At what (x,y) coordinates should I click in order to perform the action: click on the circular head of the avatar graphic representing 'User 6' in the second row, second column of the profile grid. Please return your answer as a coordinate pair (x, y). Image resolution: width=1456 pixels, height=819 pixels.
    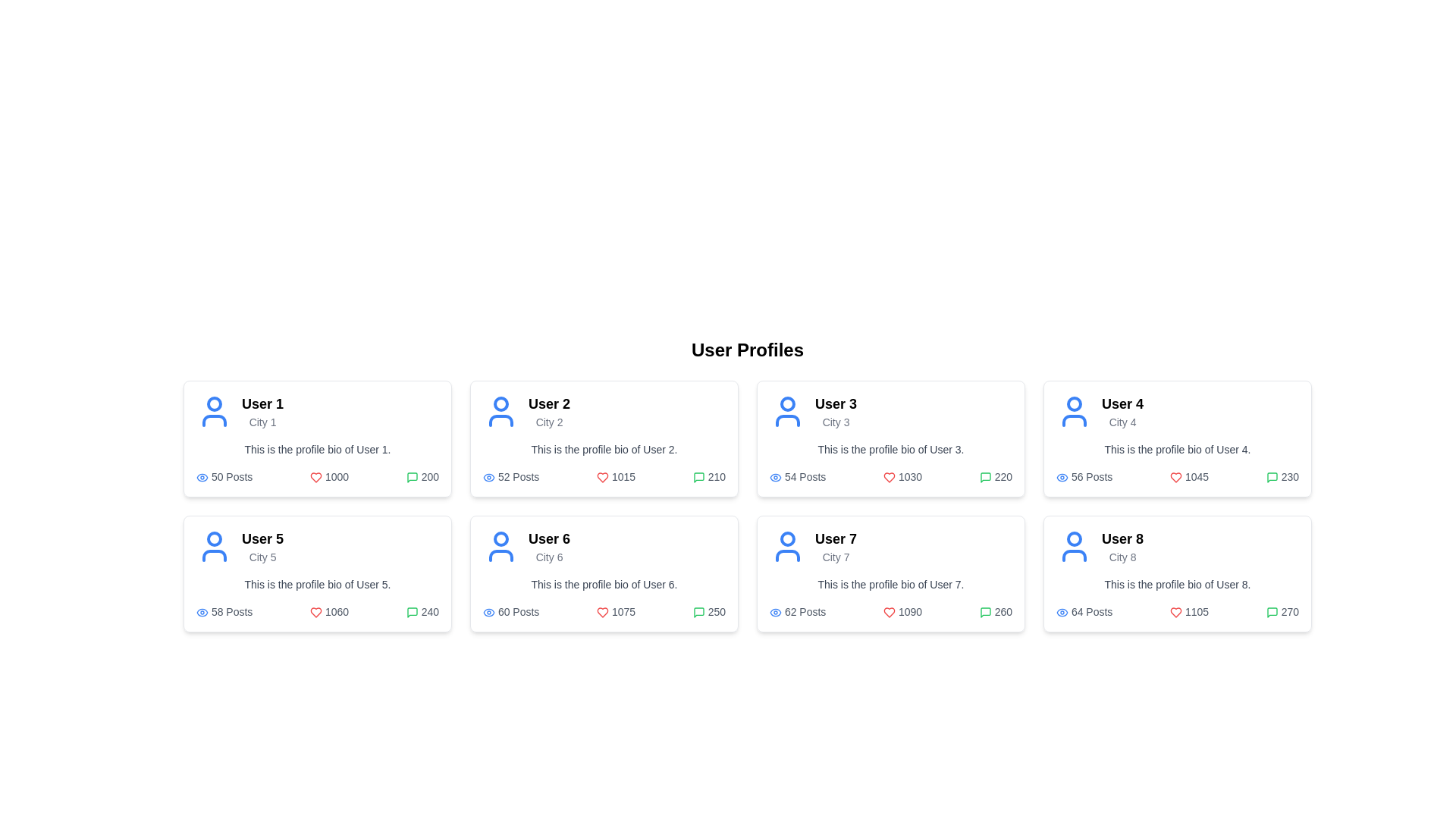
    Looking at the image, I should click on (501, 538).